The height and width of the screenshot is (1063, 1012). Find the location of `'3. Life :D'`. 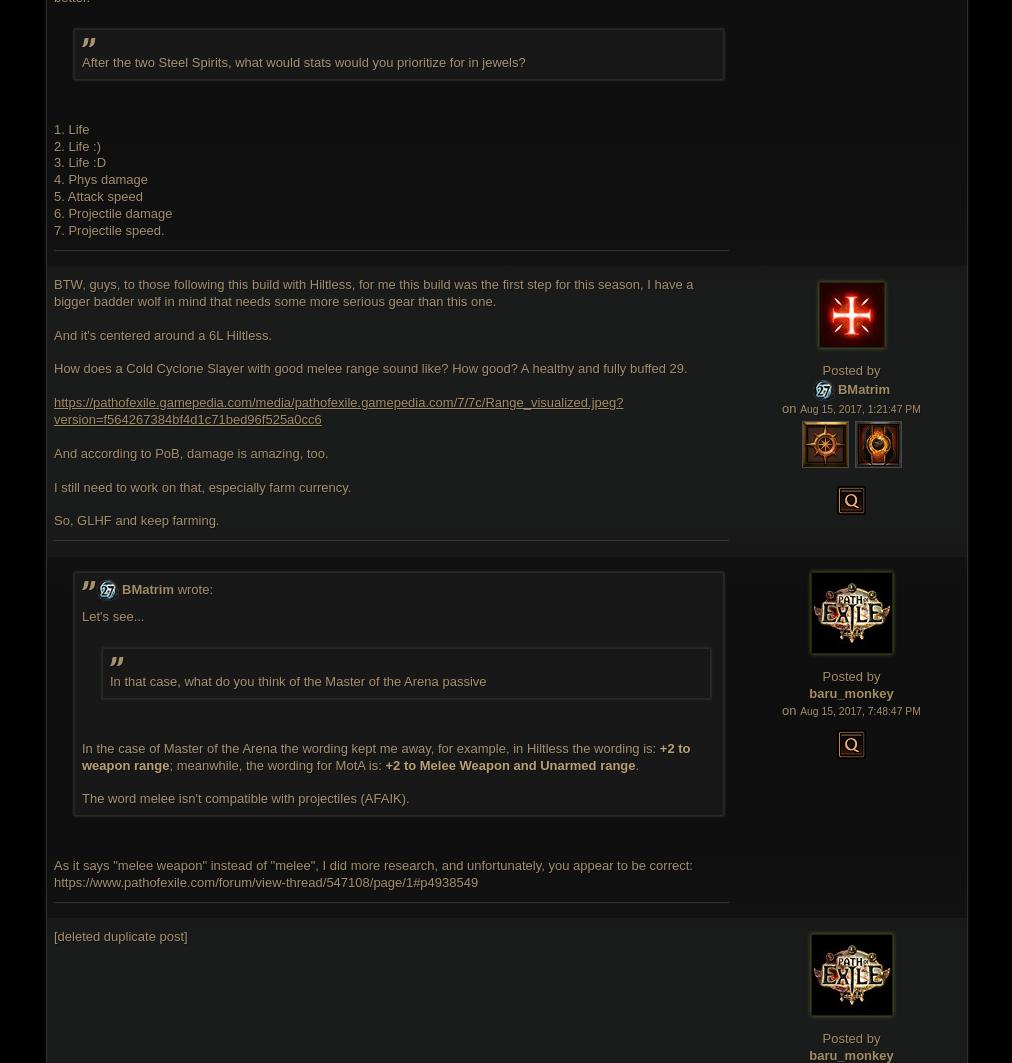

'3. Life :D' is located at coordinates (79, 162).